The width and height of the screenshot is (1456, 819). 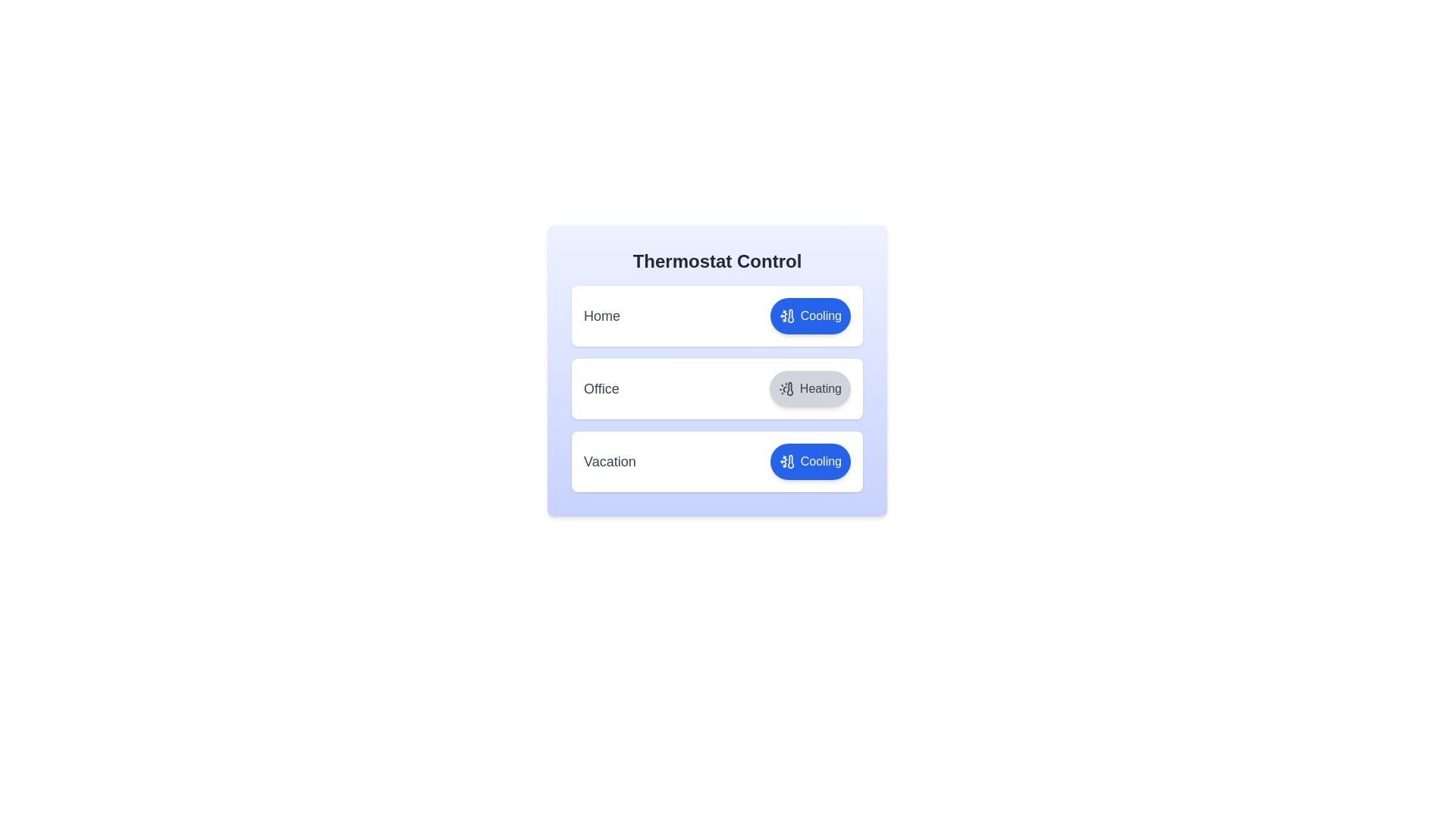 What do you see at coordinates (809, 315) in the screenshot?
I see `the 'Cooling' button for the 'Home' setting to toggle its state to 'Heating'` at bounding box center [809, 315].